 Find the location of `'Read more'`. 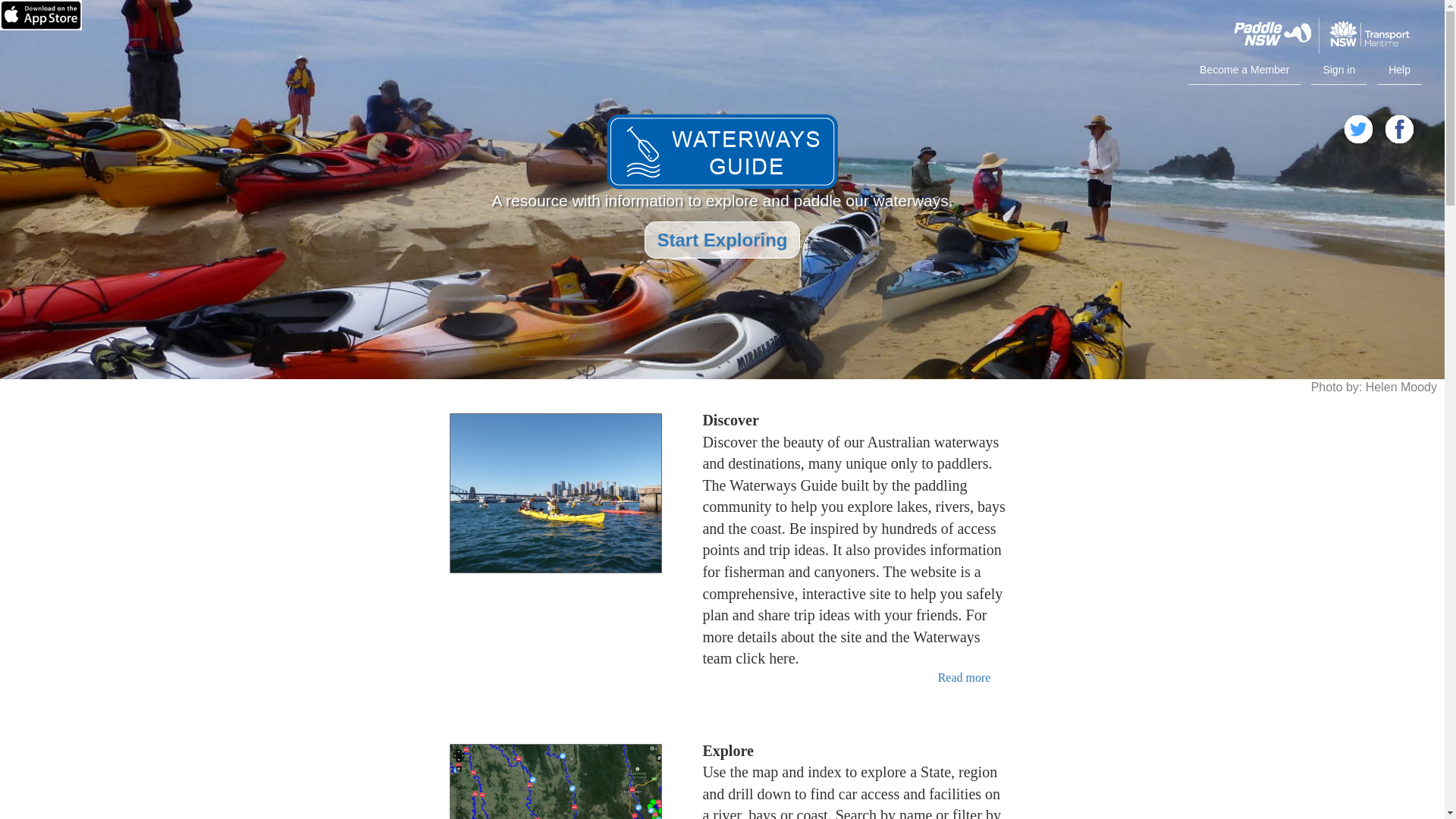

'Read more' is located at coordinates (937, 676).